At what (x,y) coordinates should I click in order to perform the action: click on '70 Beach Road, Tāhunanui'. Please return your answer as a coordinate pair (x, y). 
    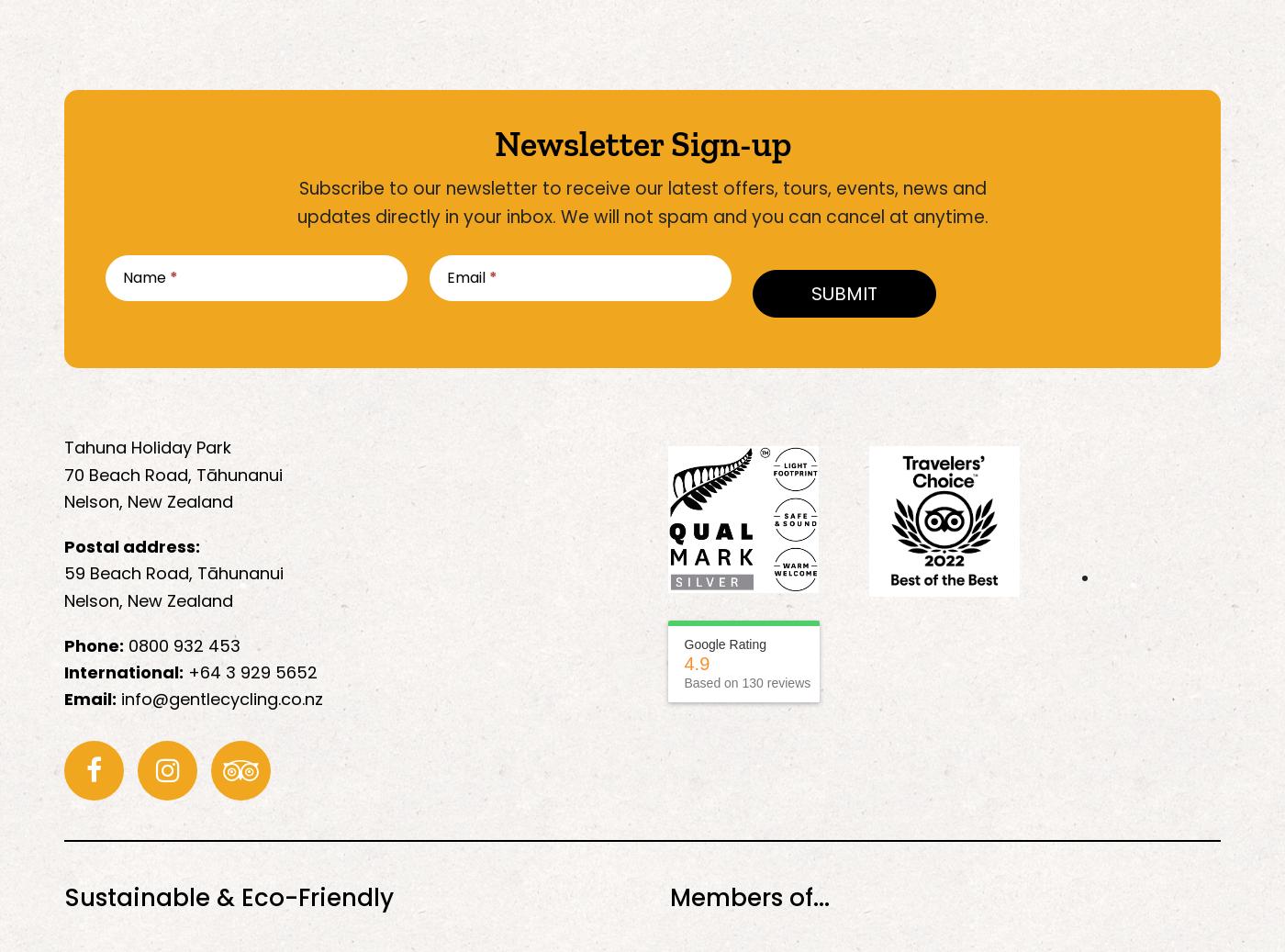
    Looking at the image, I should click on (173, 473).